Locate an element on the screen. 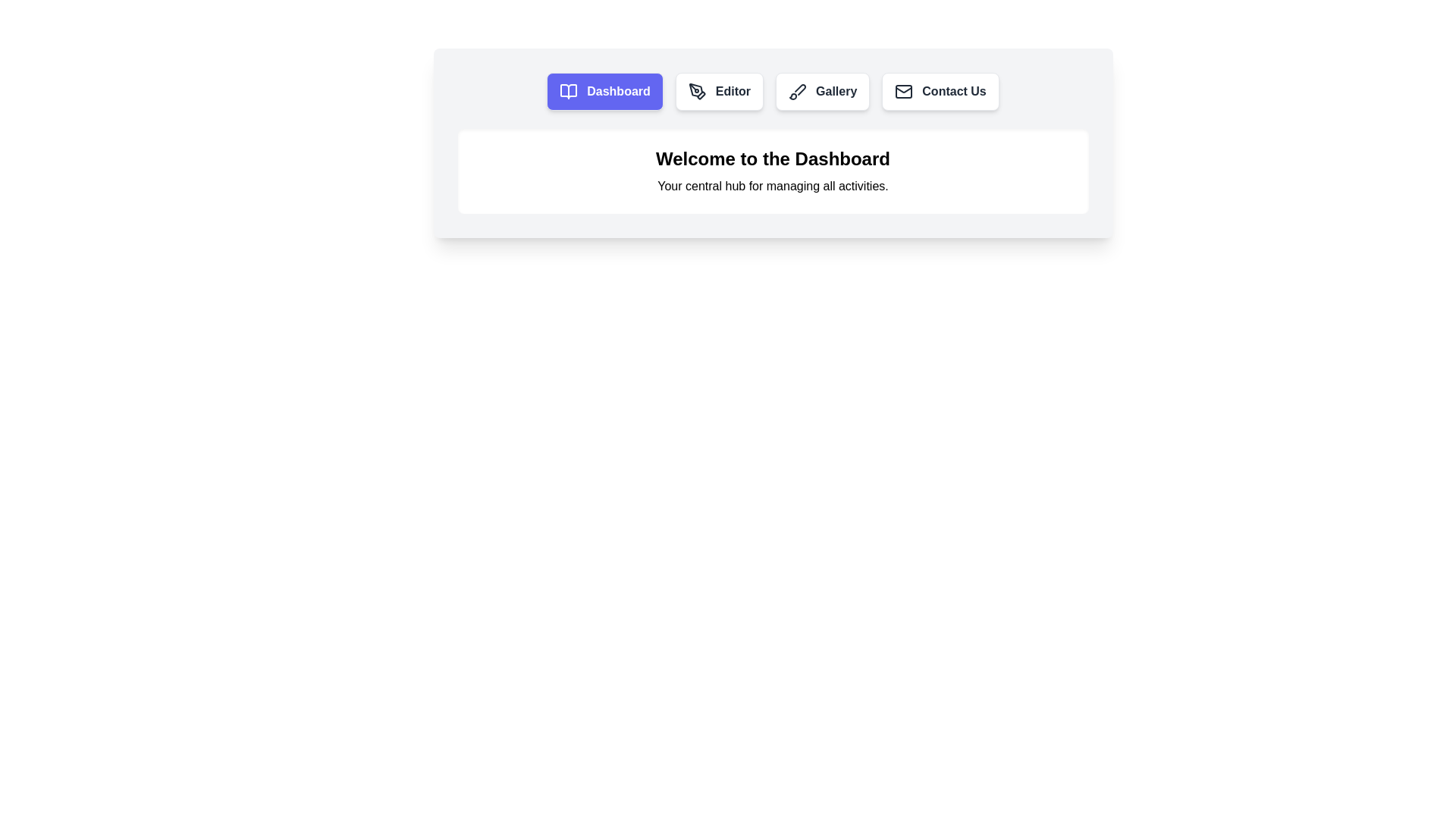 The height and width of the screenshot is (819, 1456). the informational heading with subtitle text that welcomes users to the dashboard, located in a rectangular white card with rounded corners near the top of the interface is located at coordinates (773, 171).